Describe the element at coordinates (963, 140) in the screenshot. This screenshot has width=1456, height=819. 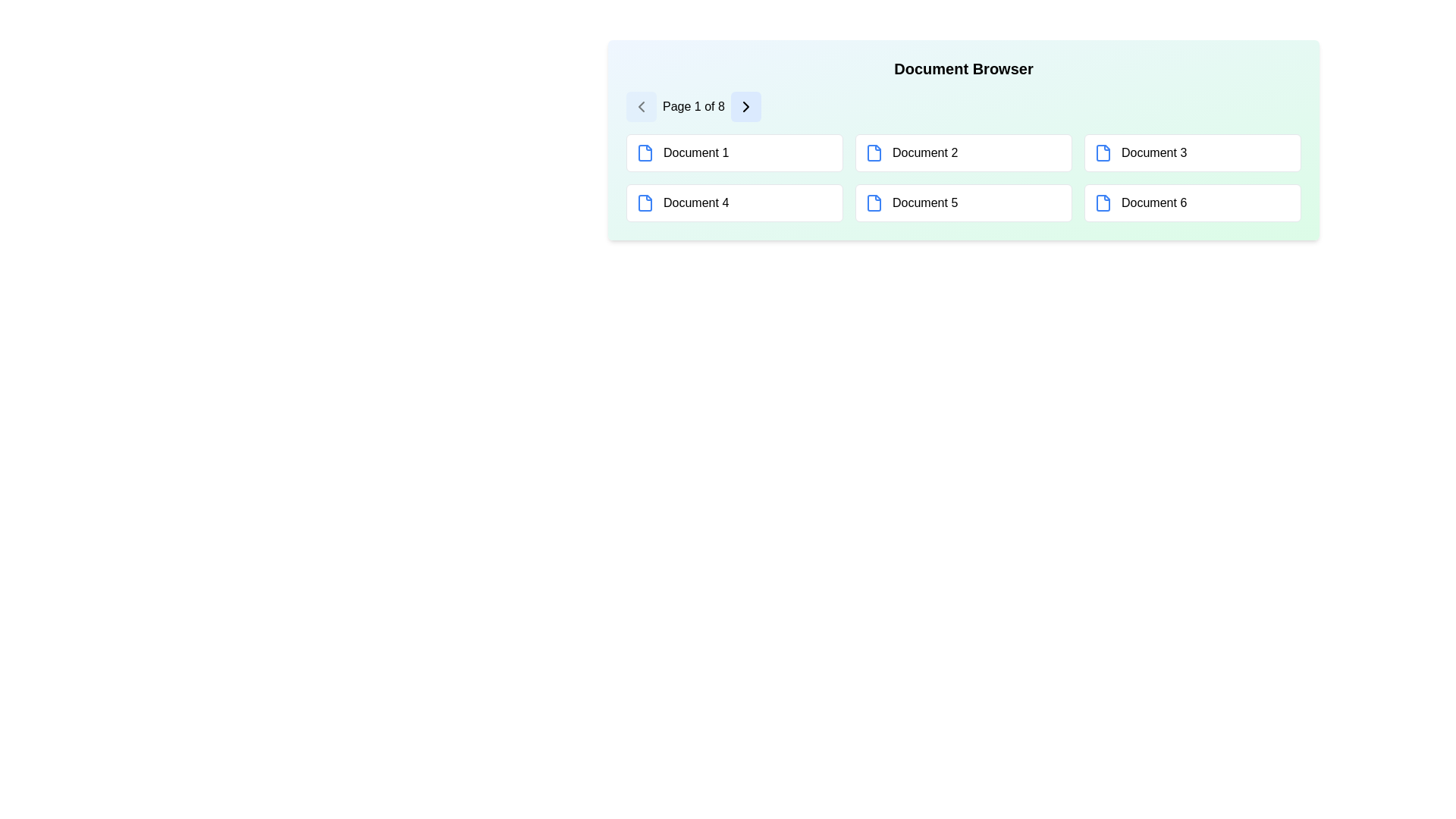
I see `the Document thumbnail representing 'Document 2' in the grid layout` at that location.